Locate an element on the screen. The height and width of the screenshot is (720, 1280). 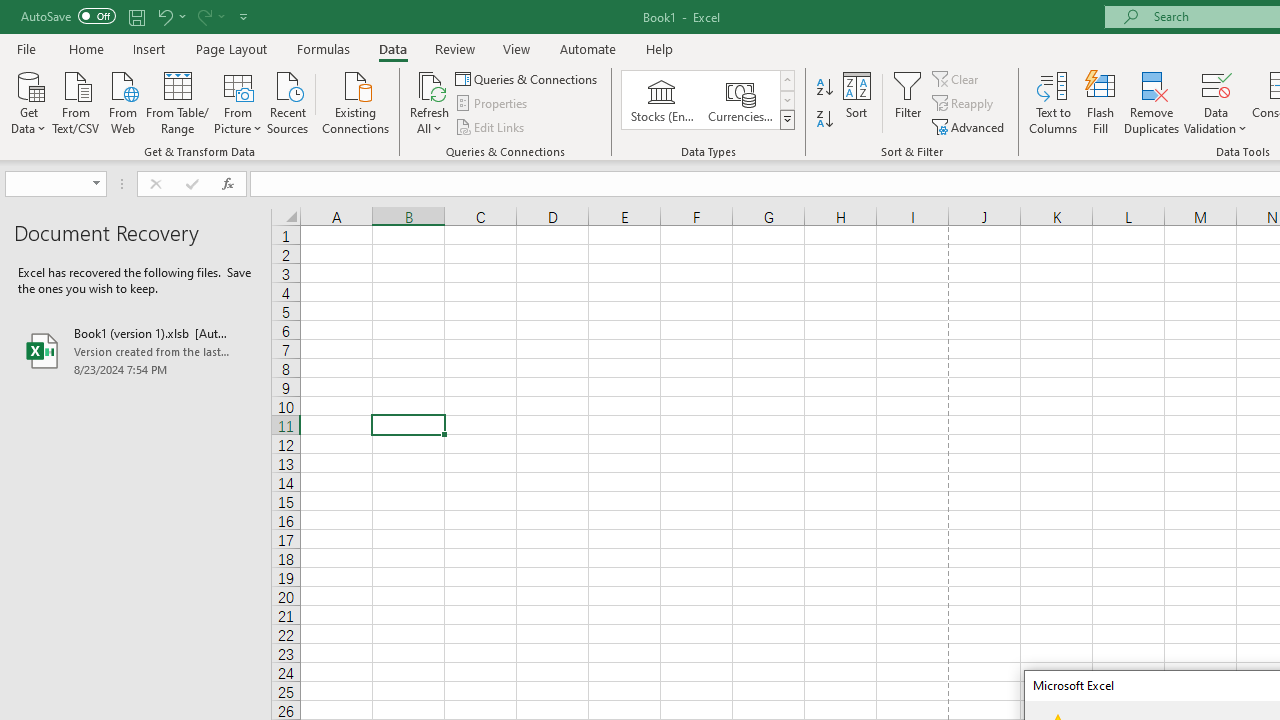
'Existing Connections' is located at coordinates (355, 101).